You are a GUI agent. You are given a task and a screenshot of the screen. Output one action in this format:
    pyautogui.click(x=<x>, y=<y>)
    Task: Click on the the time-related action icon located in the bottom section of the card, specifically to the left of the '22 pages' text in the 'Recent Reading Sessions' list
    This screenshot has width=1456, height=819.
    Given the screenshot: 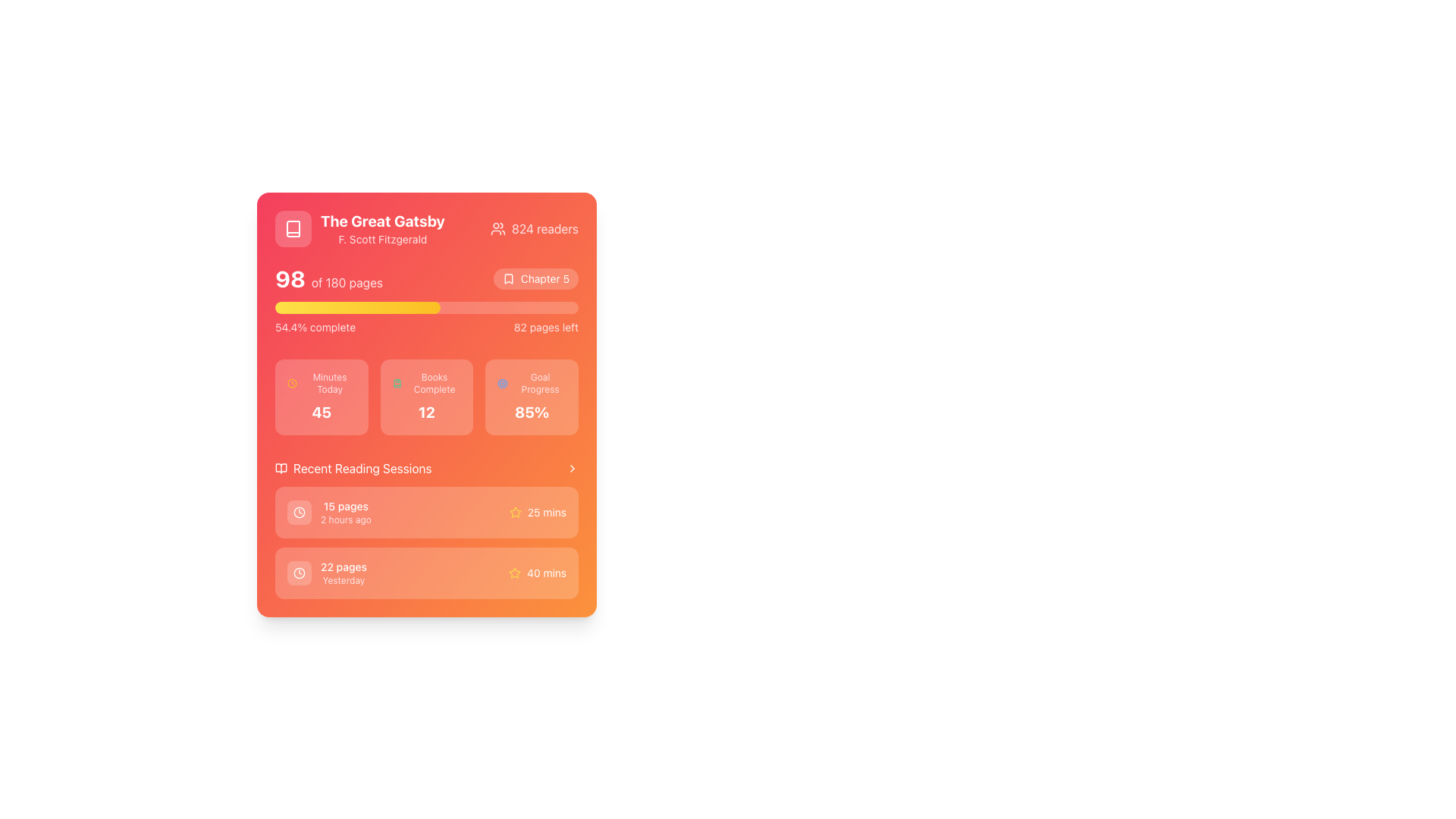 What is the action you would take?
    pyautogui.click(x=299, y=573)
    